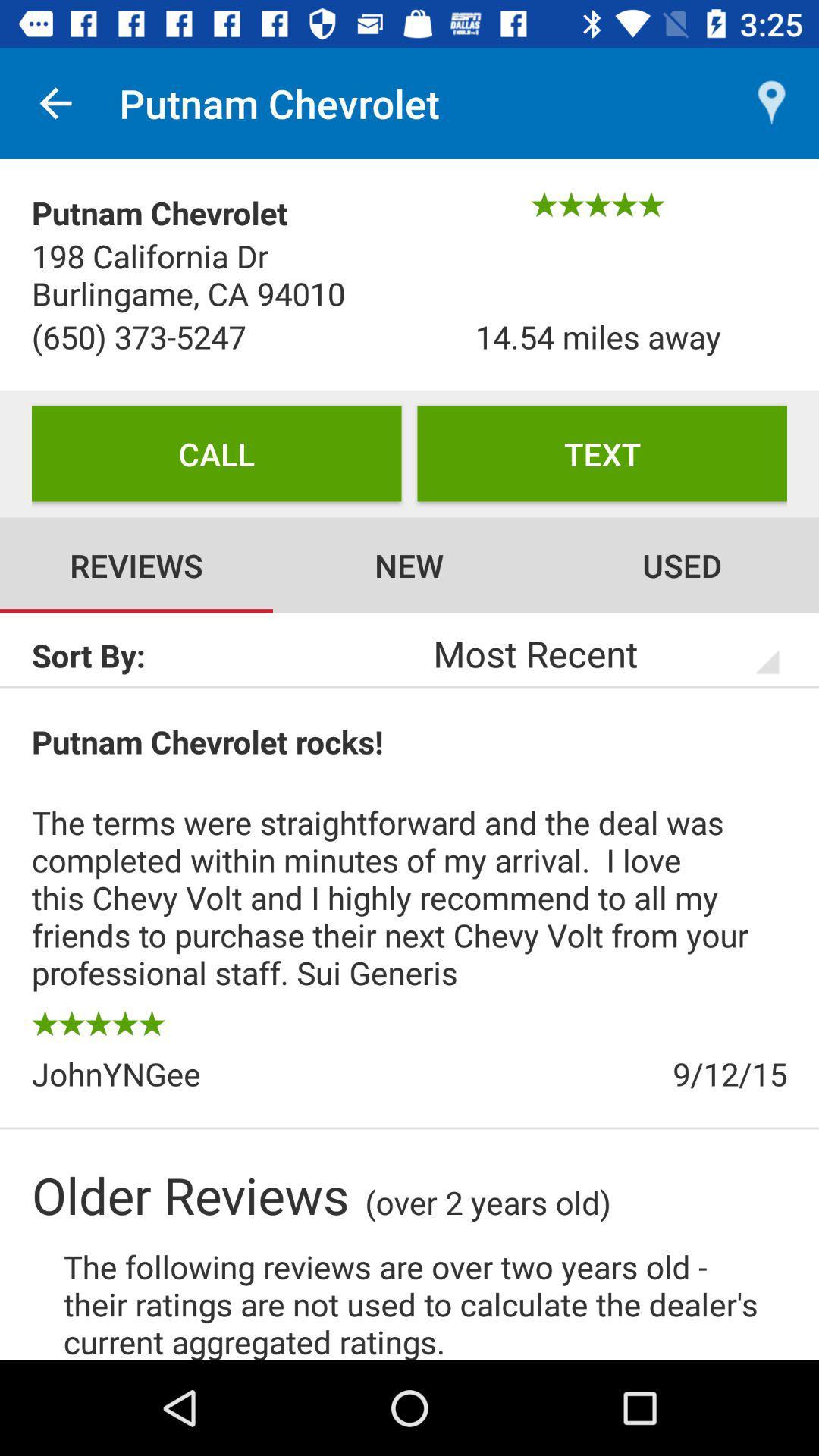 Image resolution: width=819 pixels, height=1456 pixels. Describe the element at coordinates (220, 1073) in the screenshot. I see `the item to the left of 9/12/15 icon` at that location.